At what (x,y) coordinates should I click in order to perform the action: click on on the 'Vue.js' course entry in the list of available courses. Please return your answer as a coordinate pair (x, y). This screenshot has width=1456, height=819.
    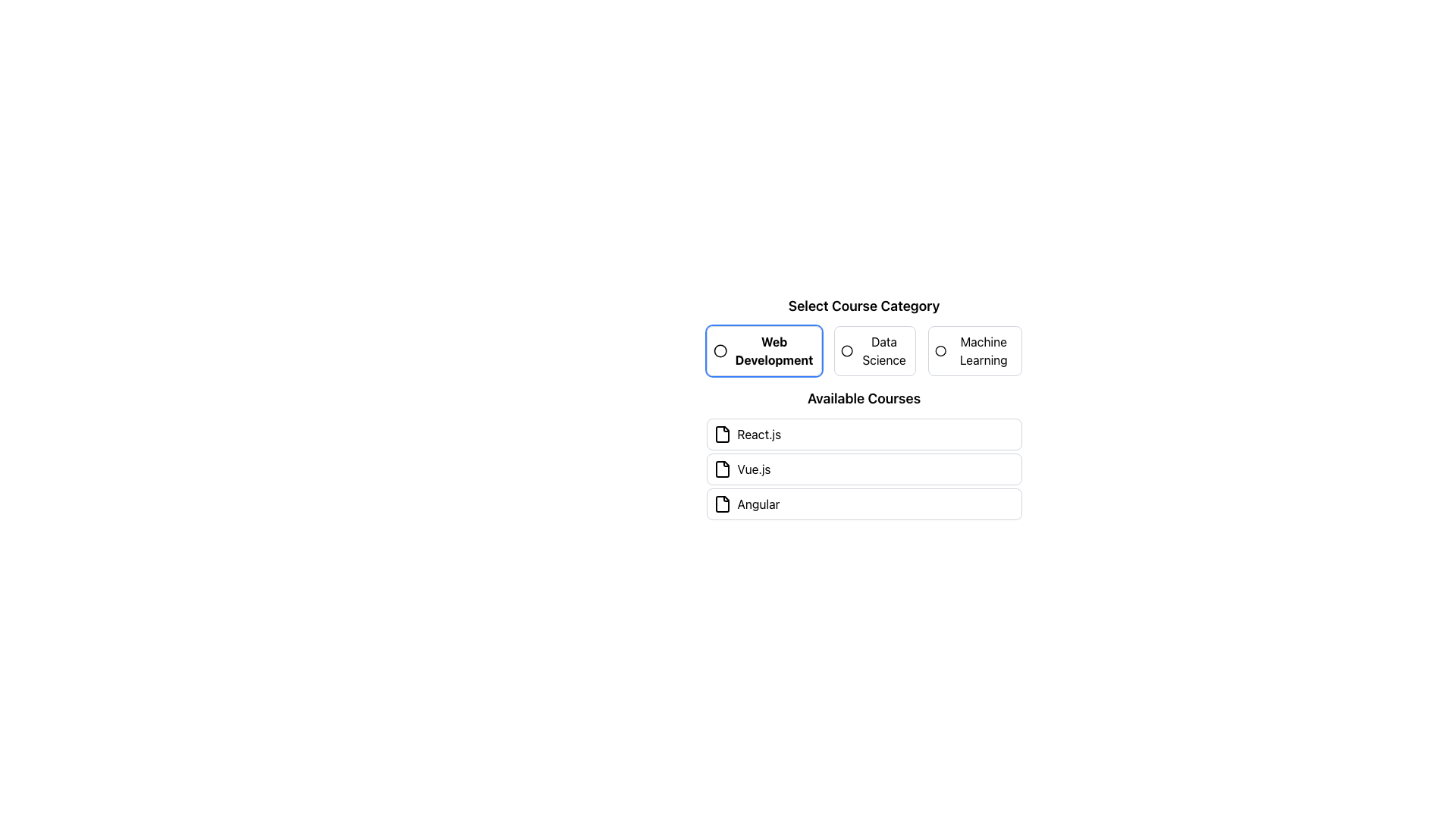
    Looking at the image, I should click on (864, 468).